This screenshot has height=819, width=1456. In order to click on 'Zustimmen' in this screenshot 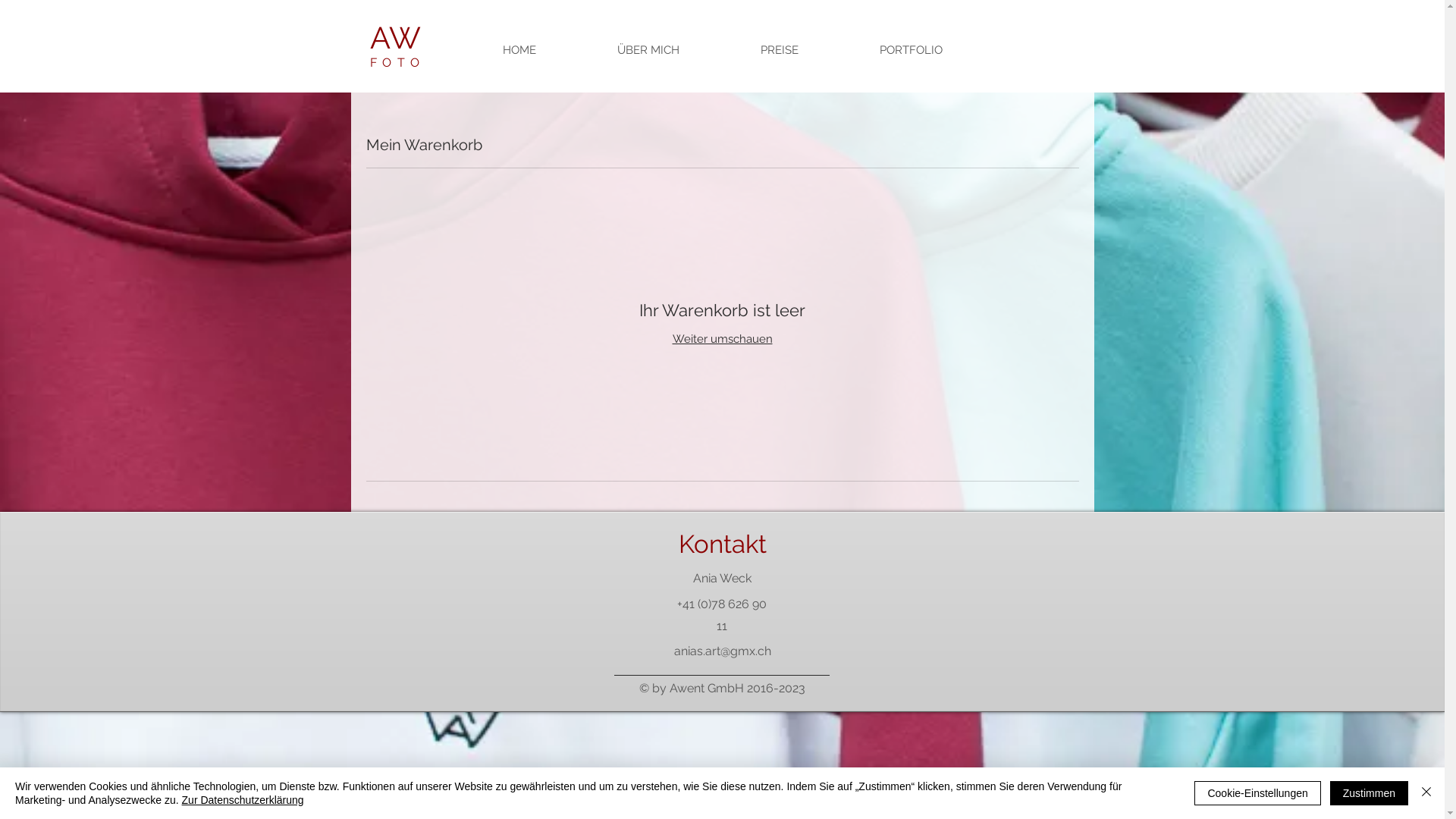, I will do `click(1369, 792)`.